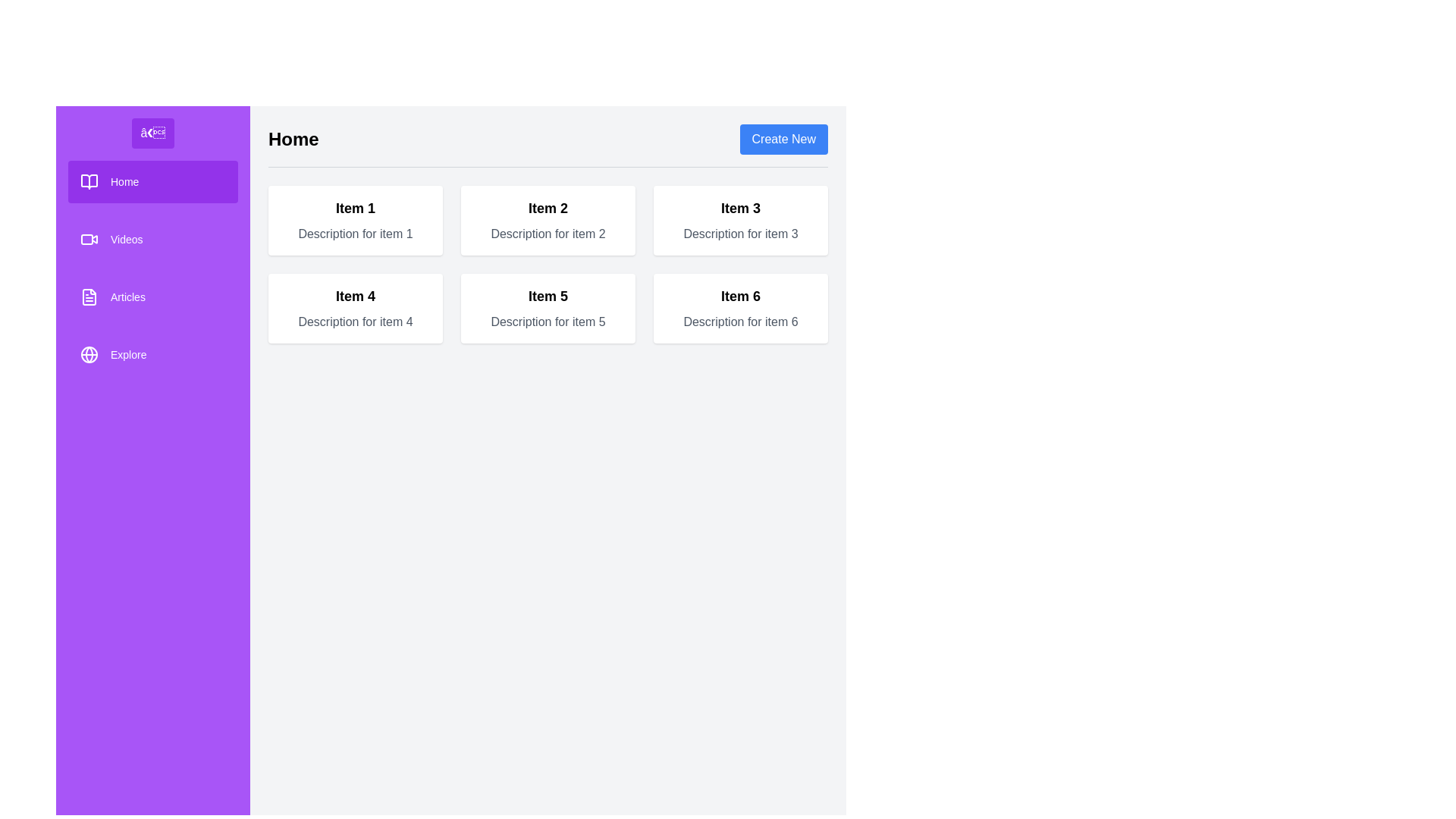 This screenshot has width=1456, height=819. Describe the element at coordinates (89, 239) in the screenshot. I see `the video icon, which is a minimalistic rectangle with a play symbol, located in the purple sidebar as the second item in the vertical navigation menu` at that location.